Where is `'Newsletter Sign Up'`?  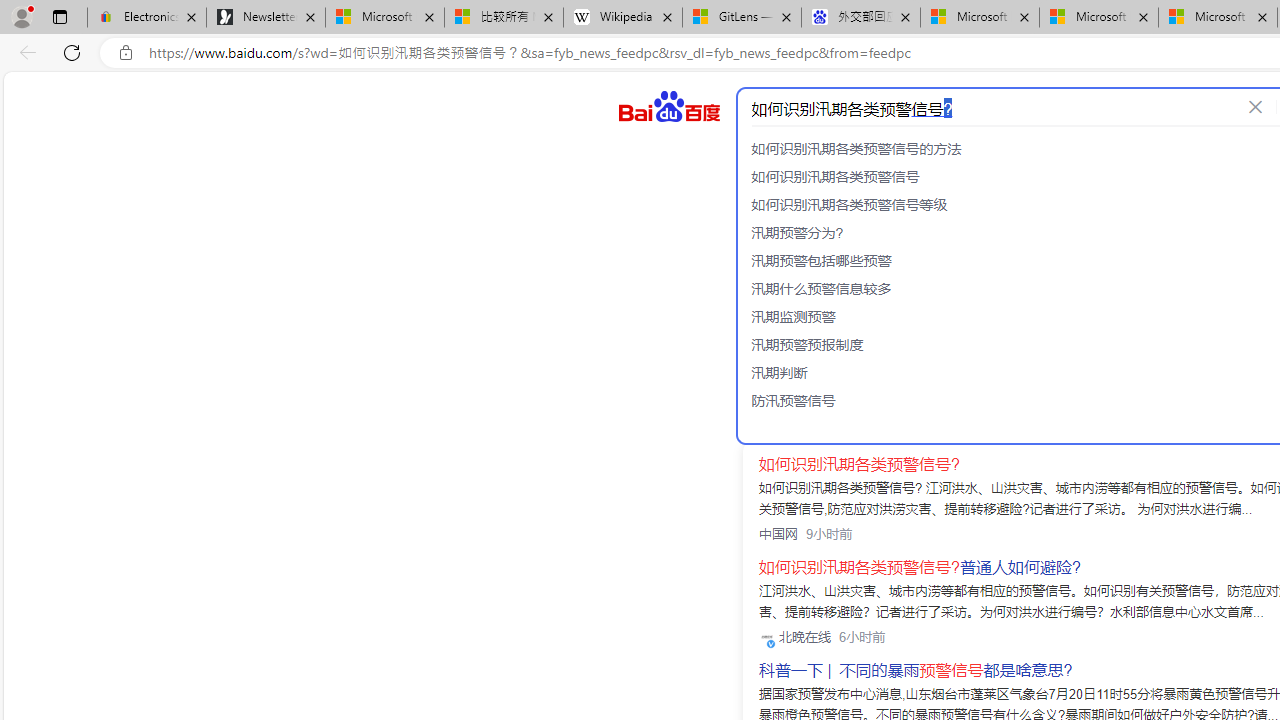
'Newsletter Sign Up' is located at coordinates (265, 17).